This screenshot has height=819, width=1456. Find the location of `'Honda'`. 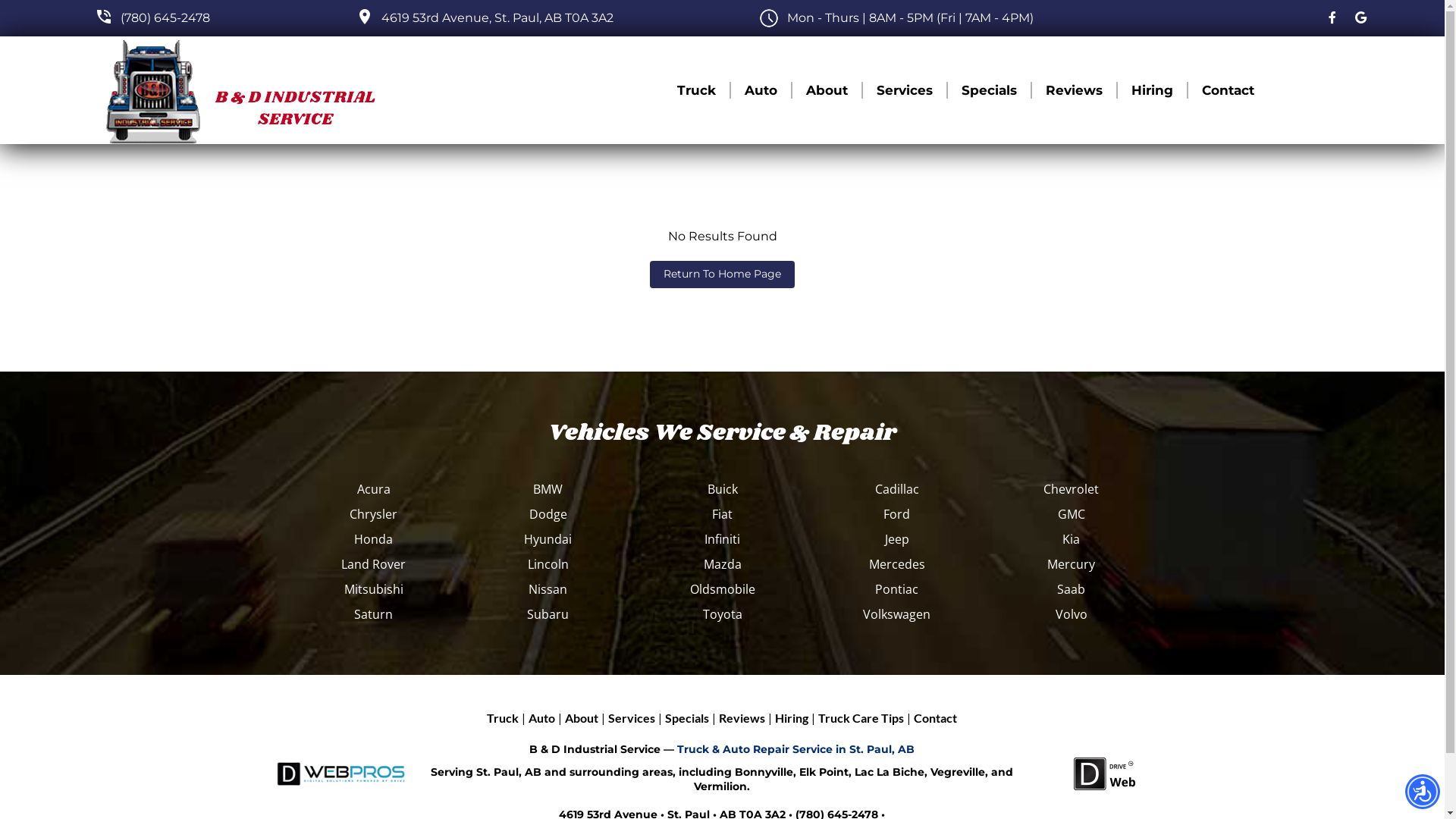

'Honda' is located at coordinates (374, 538).